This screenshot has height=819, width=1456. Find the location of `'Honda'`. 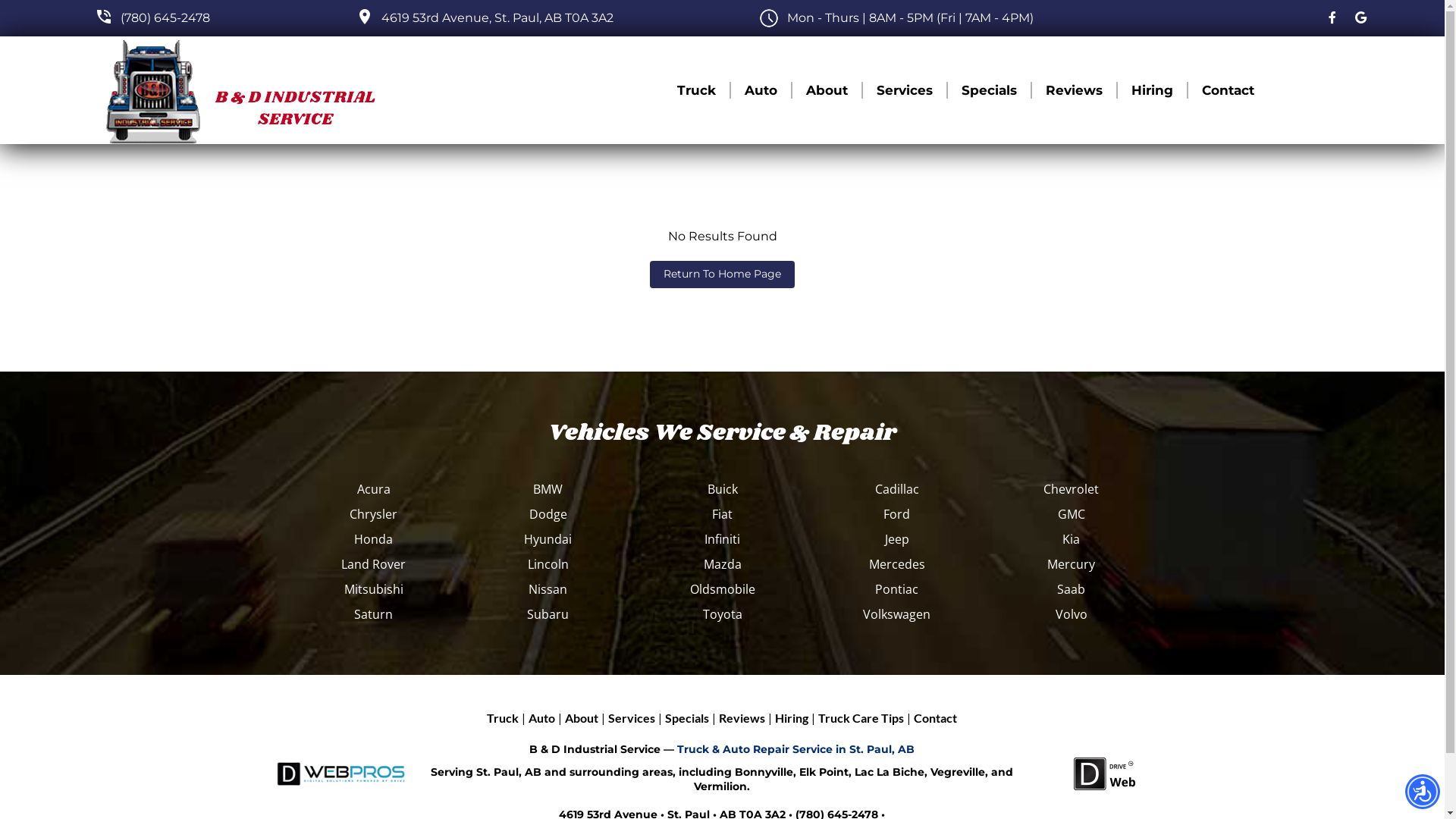

'Honda' is located at coordinates (374, 538).